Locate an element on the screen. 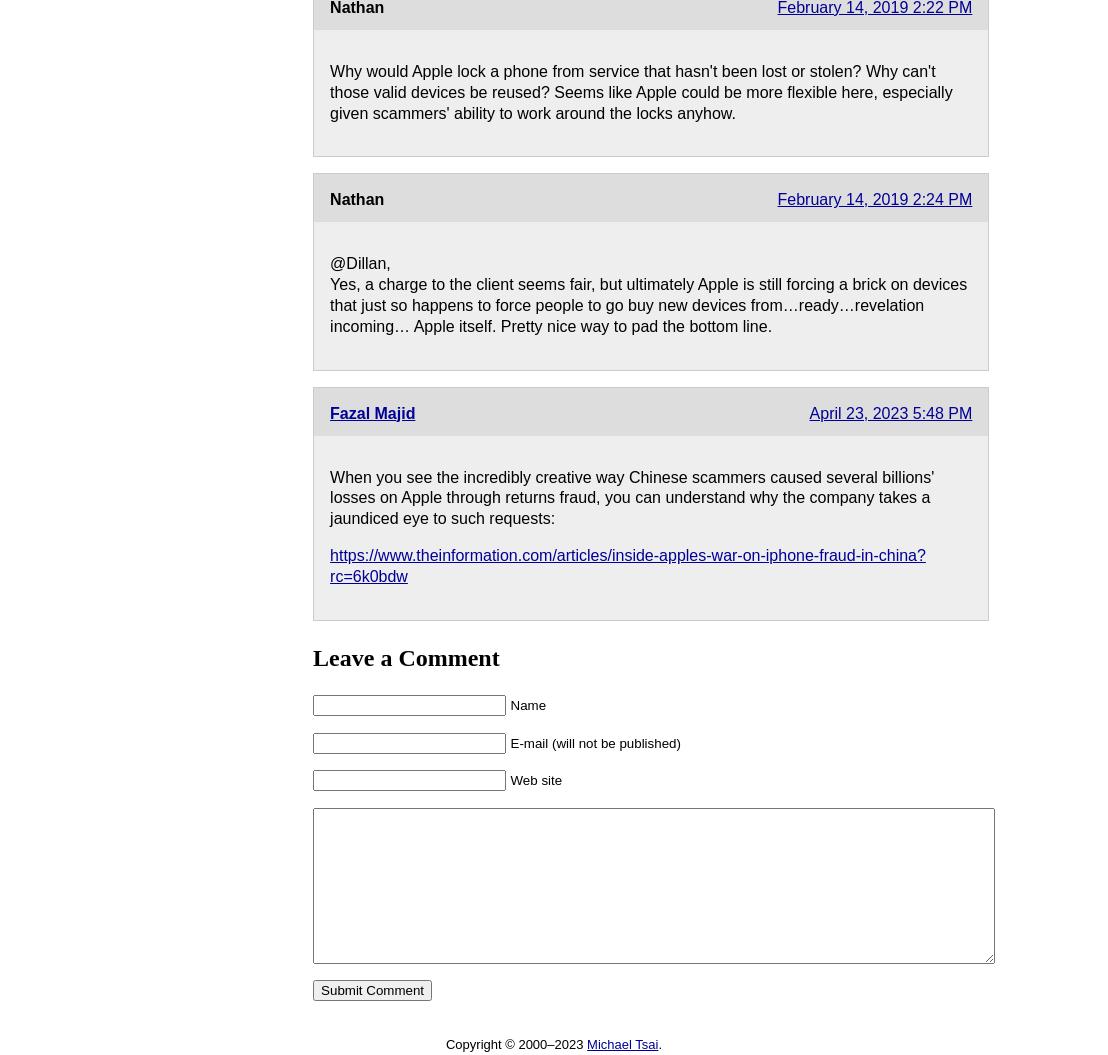 The image size is (1108, 1055). 'Nathan' is located at coordinates (328, 198).